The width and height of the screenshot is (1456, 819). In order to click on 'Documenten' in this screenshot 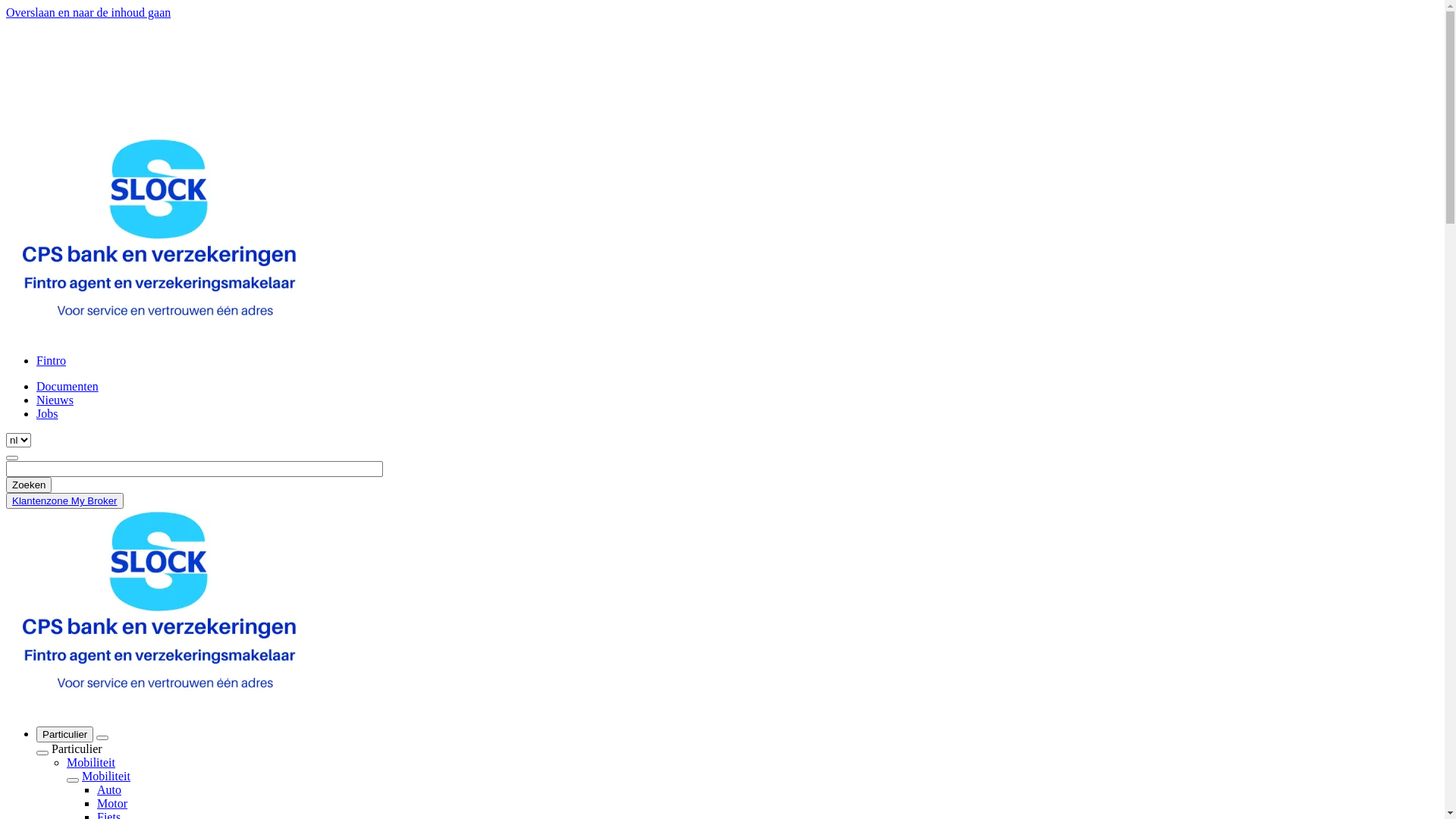, I will do `click(36, 385)`.